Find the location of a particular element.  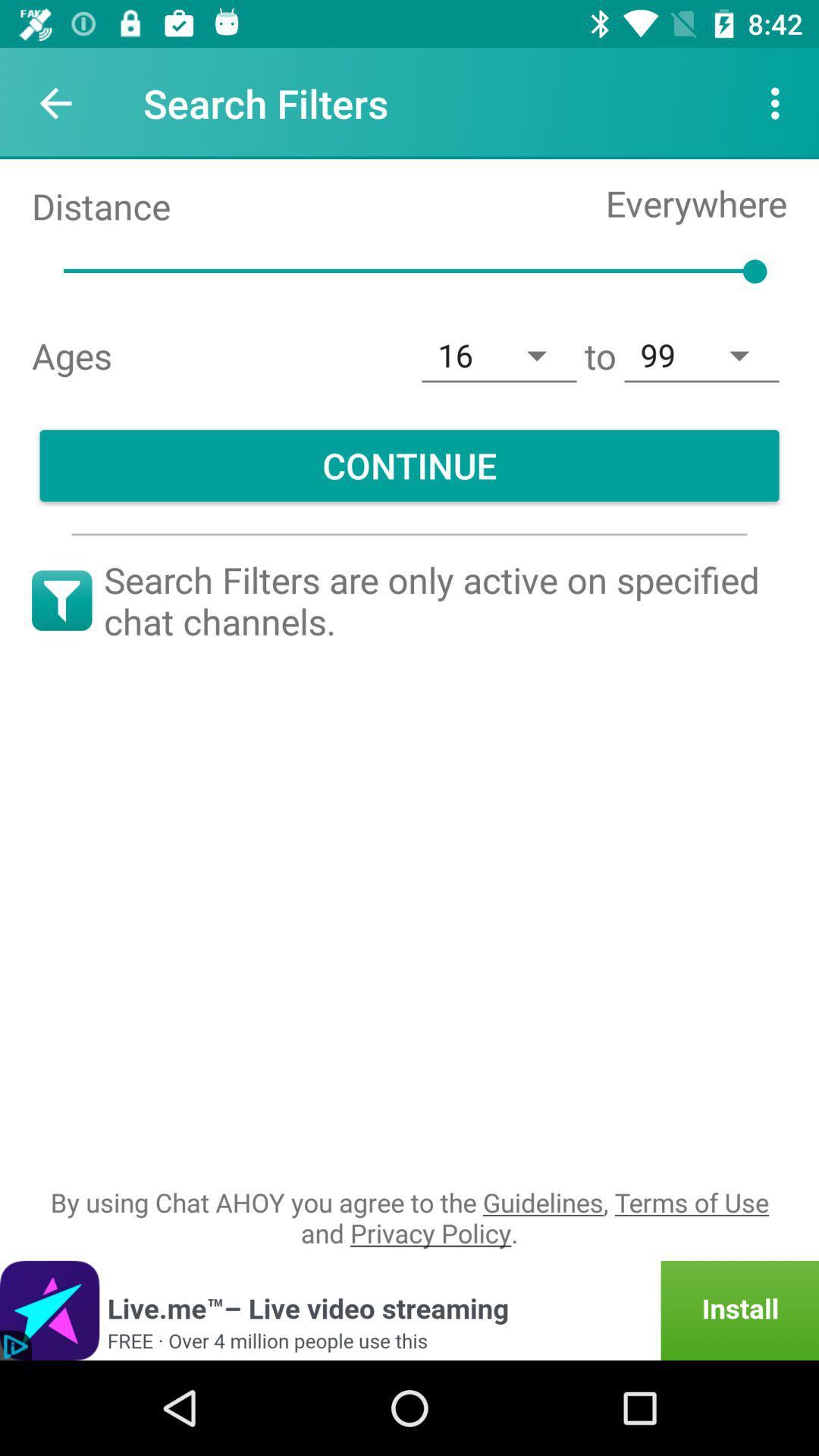

icon next to search filters is located at coordinates (55, 102).